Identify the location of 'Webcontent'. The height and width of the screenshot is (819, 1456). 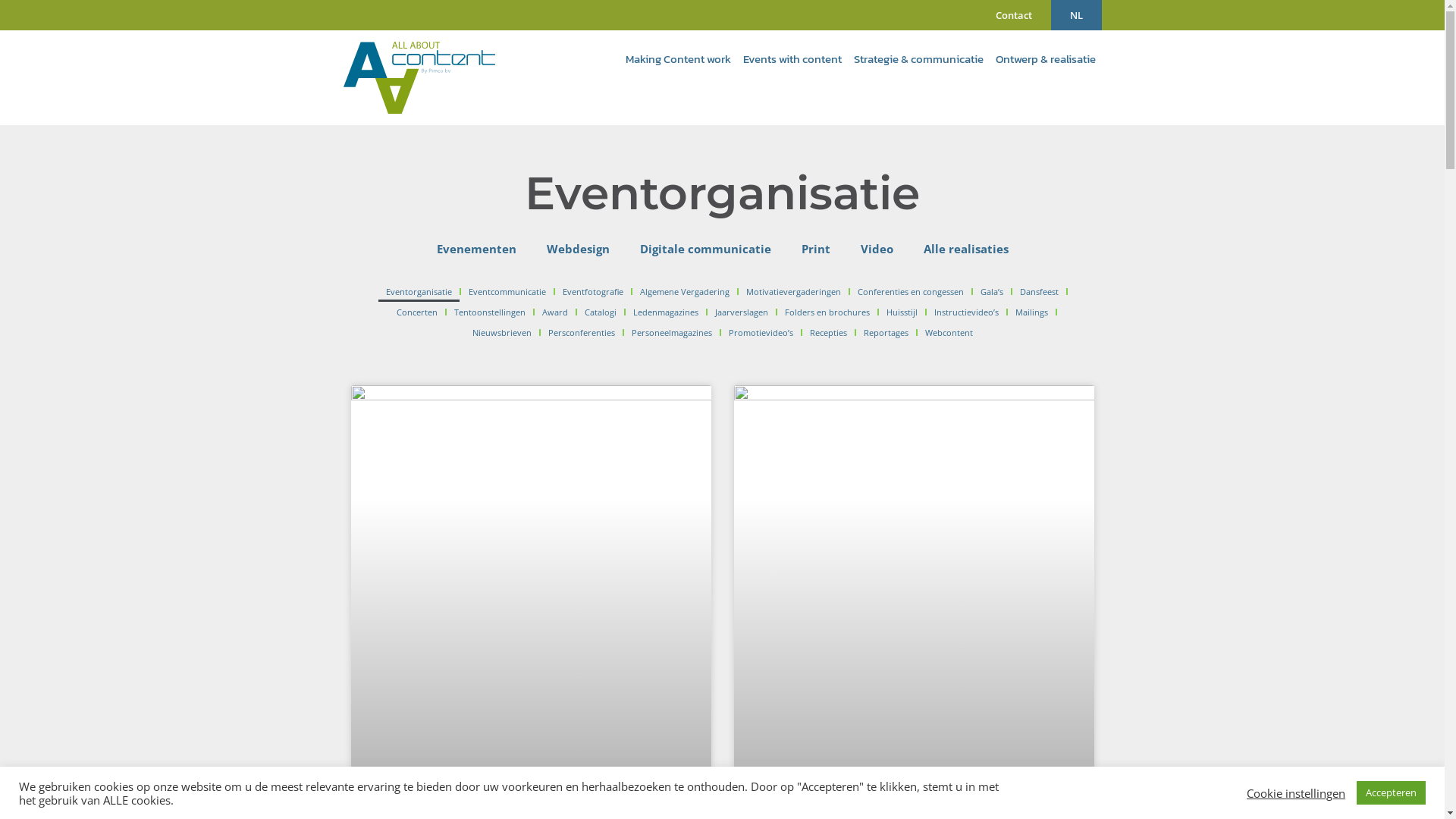
(916, 332).